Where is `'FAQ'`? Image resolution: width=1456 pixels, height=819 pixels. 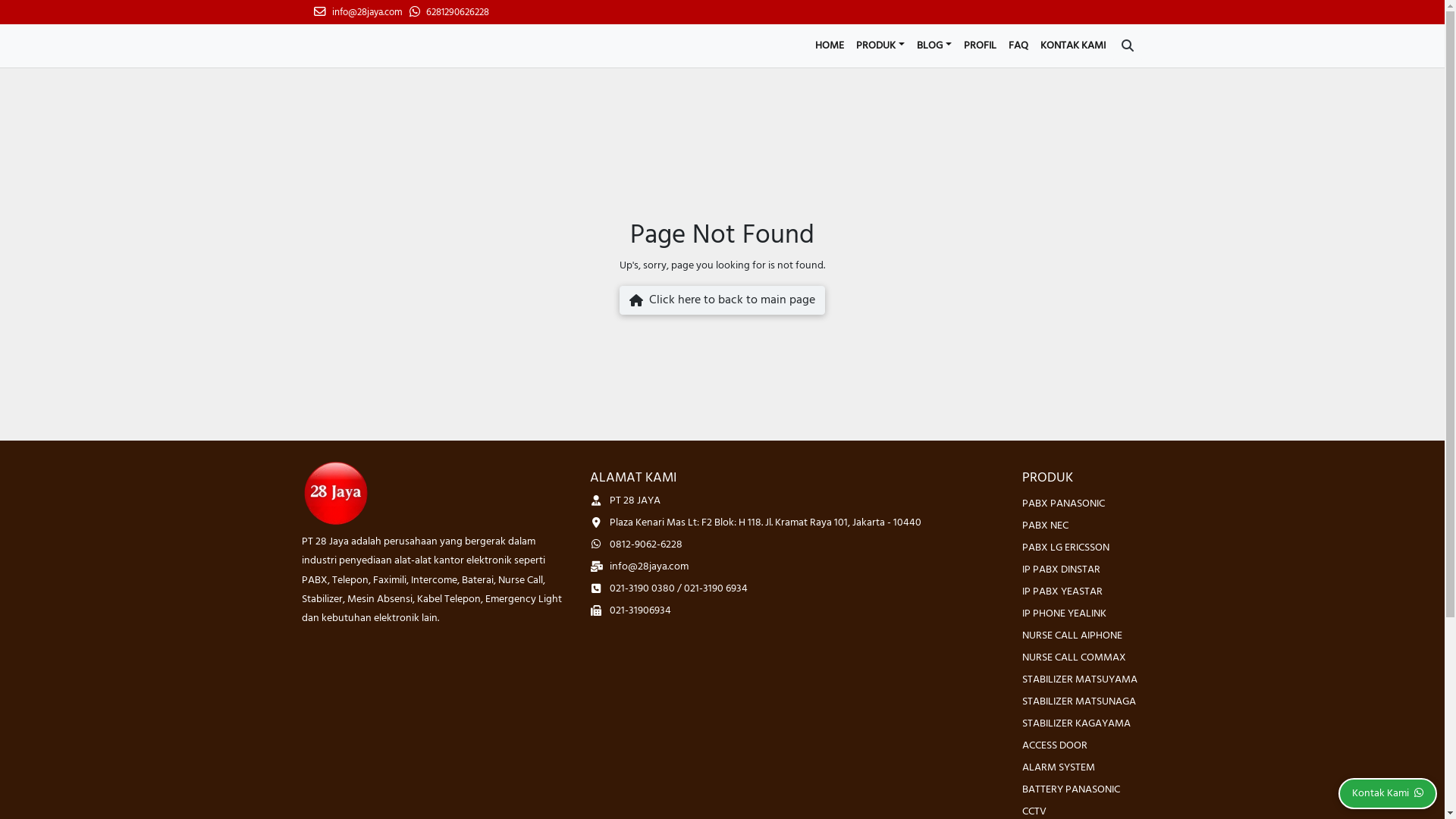
'FAQ' is located at coordinates (1002, 45).